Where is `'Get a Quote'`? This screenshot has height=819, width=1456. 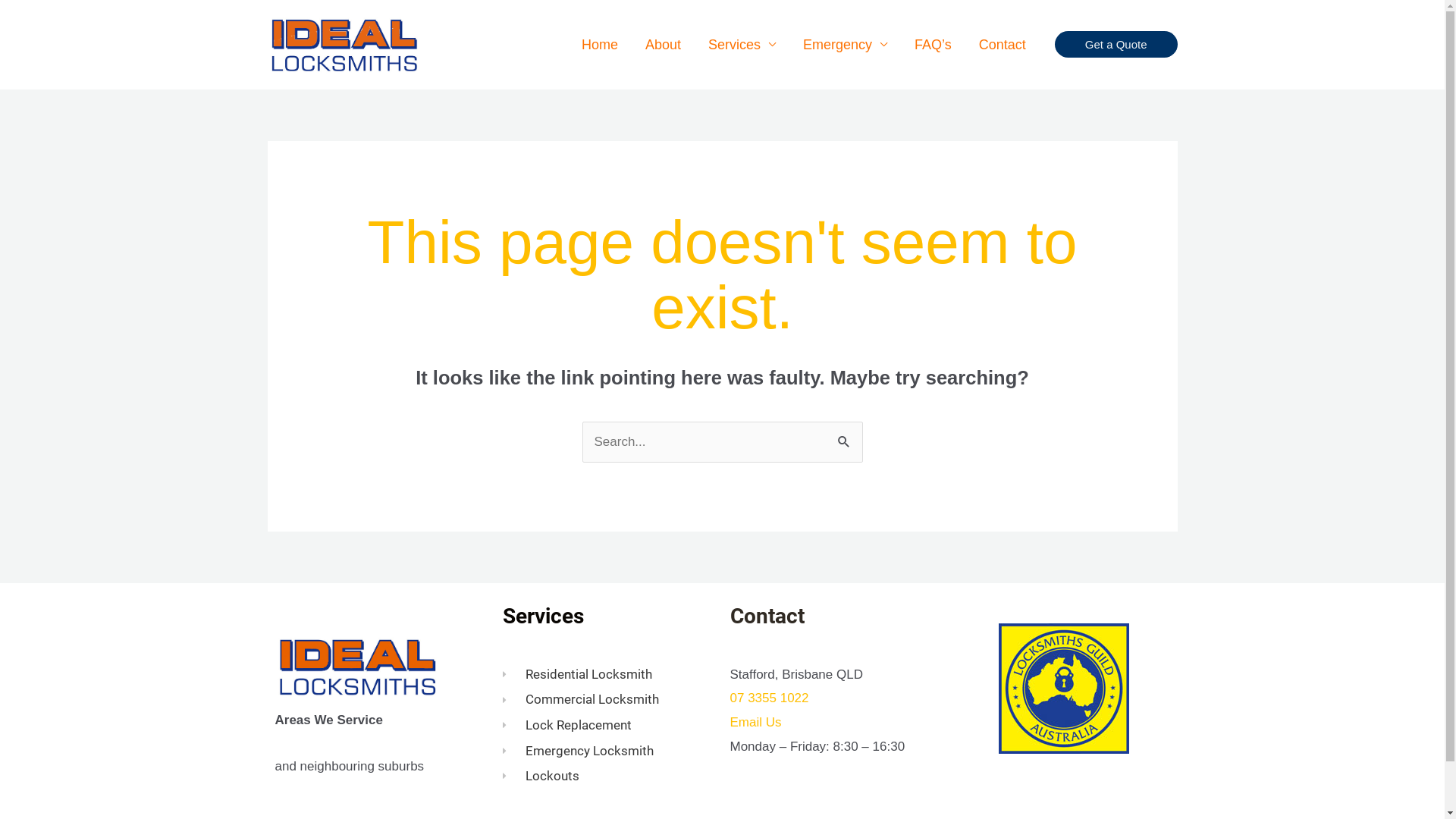 'Get a Quote' is located at coordinates (1116, 43).